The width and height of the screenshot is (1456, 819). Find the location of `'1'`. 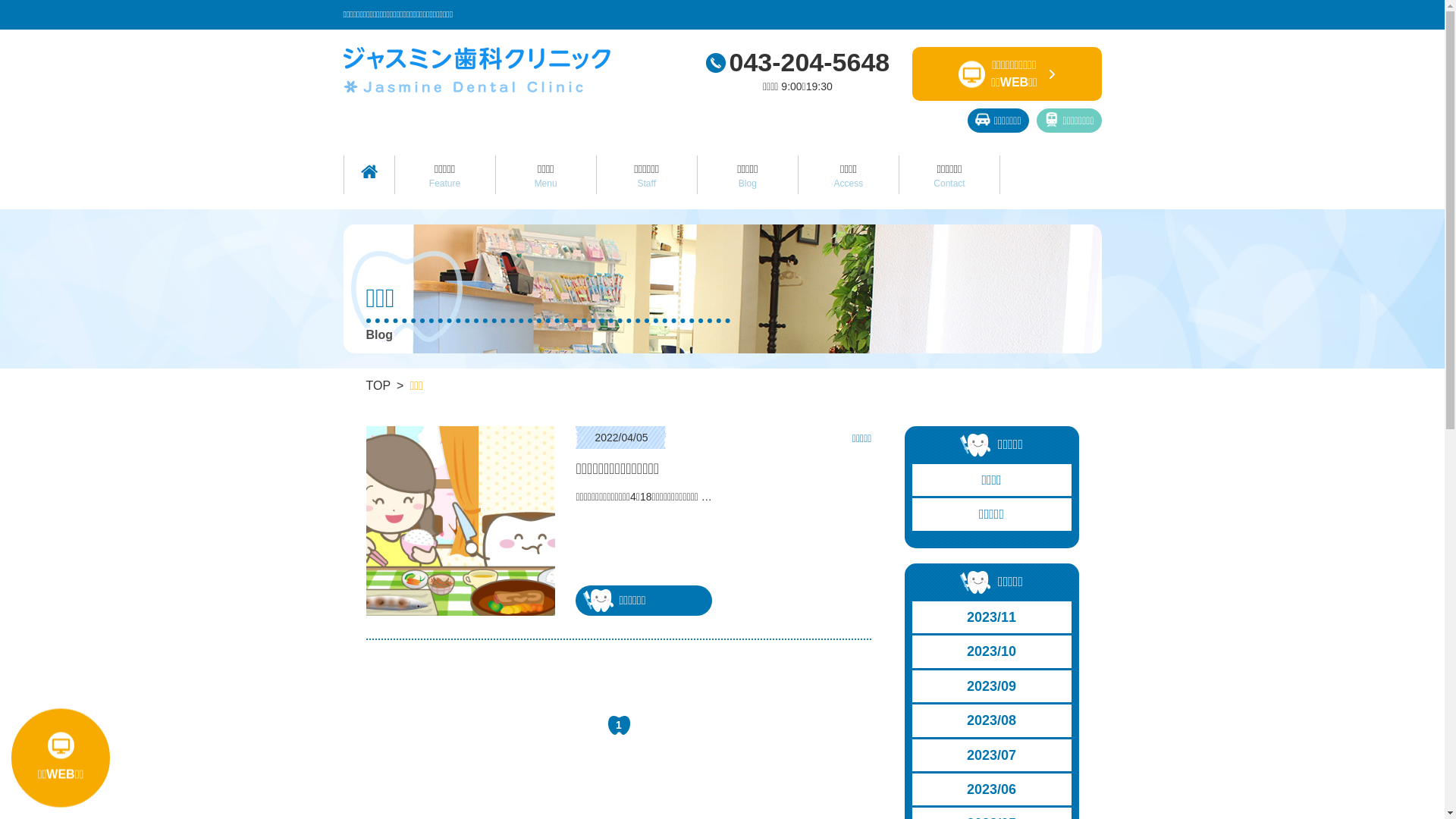

'1' is located at coordinates (619, 724).